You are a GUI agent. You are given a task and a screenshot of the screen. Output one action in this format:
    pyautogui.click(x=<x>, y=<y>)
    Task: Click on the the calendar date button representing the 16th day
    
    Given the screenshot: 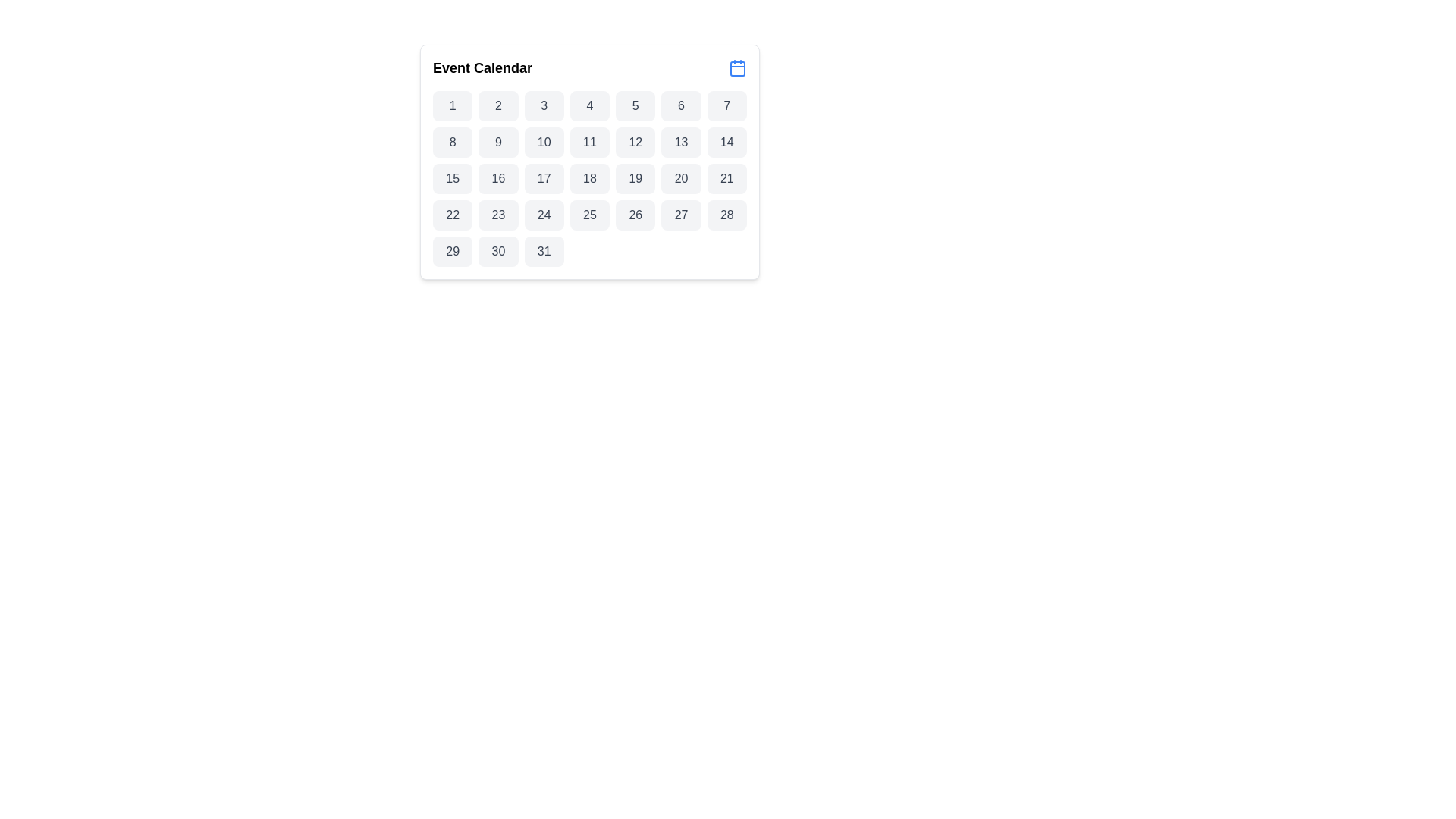 What is the action you would take?
    pyautogui.click(x=498, y=177)
    